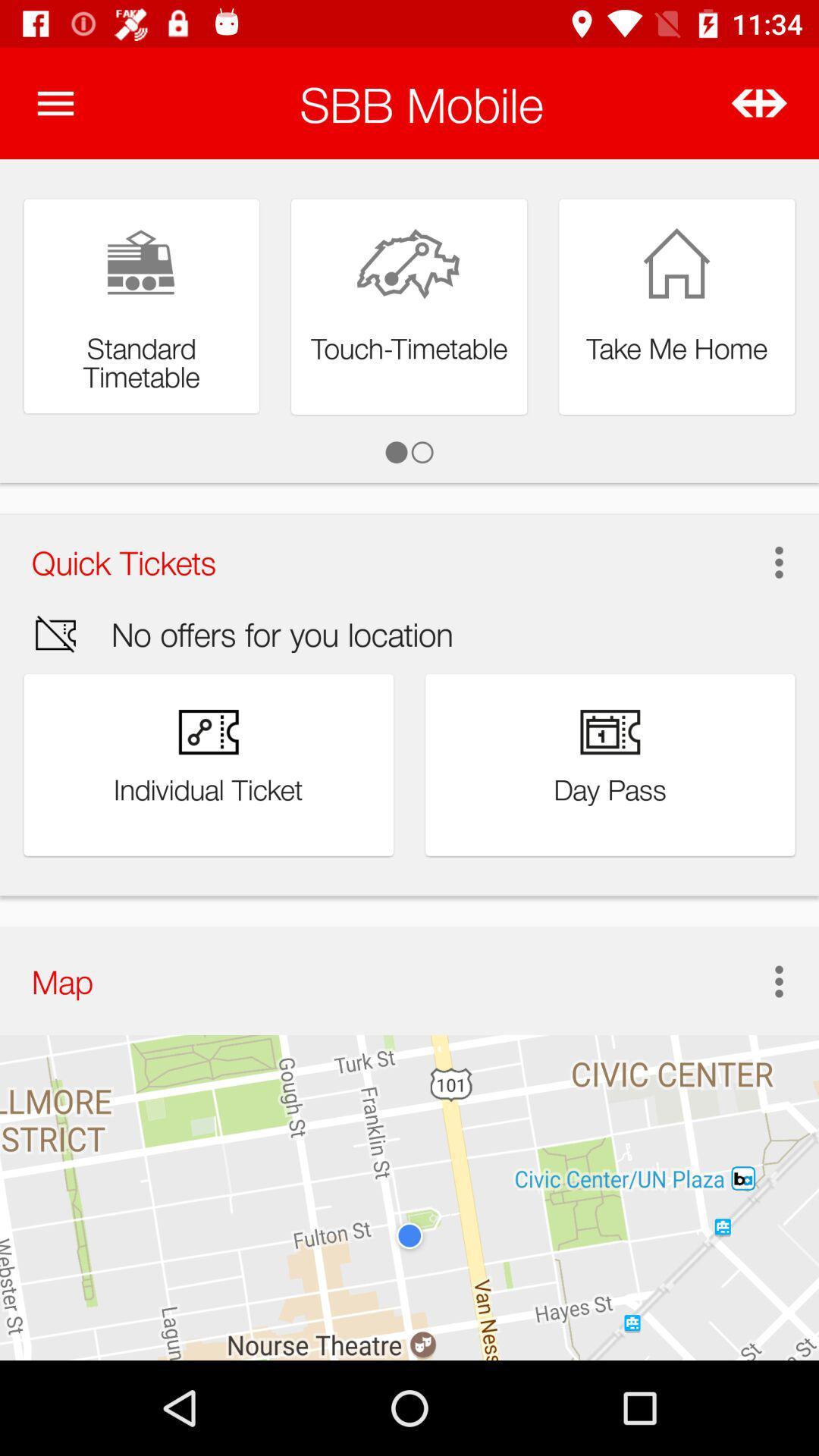  What do you see at coordinates (773, 561) in the screenshot?
I see `the icon next to the quick tickets` at bounding box center [773, 561].